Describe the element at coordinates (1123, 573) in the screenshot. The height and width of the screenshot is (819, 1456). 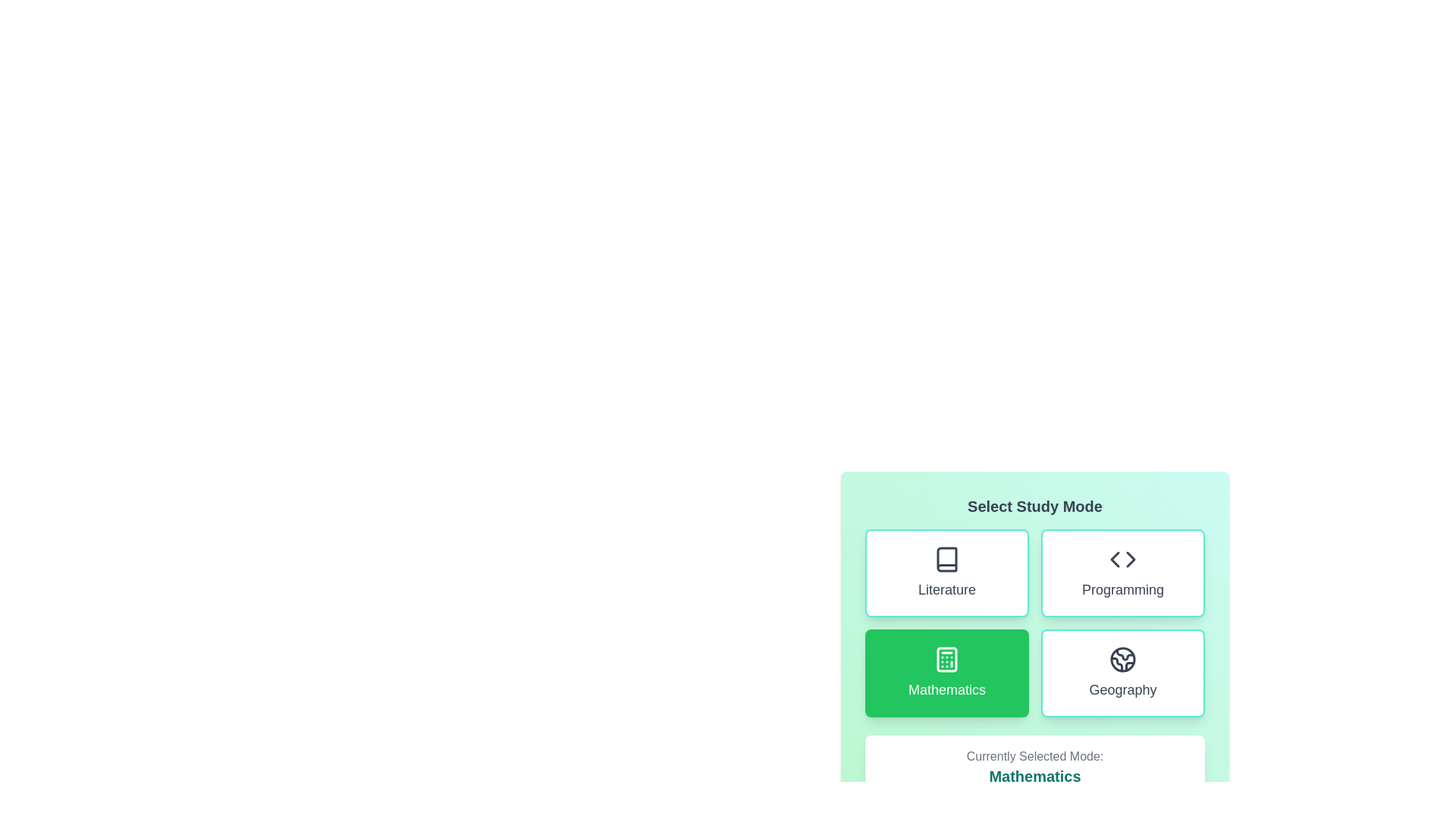
I see `the button for Programming to observe visual changes` at that location.